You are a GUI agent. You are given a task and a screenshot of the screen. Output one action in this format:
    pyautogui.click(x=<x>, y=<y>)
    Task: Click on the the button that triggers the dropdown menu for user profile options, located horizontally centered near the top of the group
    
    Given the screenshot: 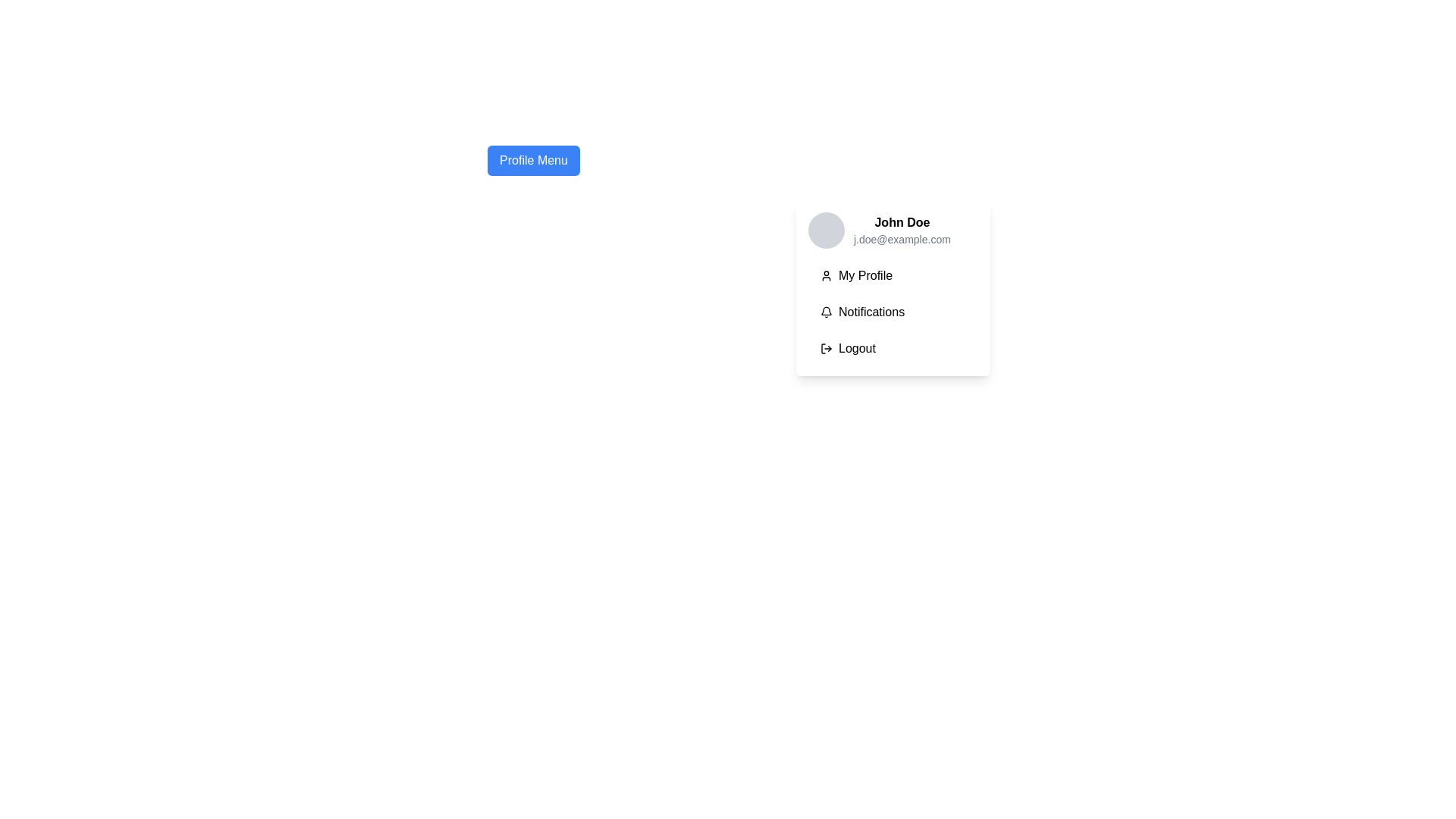 What is the action you would take?
    pyautogui.click(x=534, y=161)
    